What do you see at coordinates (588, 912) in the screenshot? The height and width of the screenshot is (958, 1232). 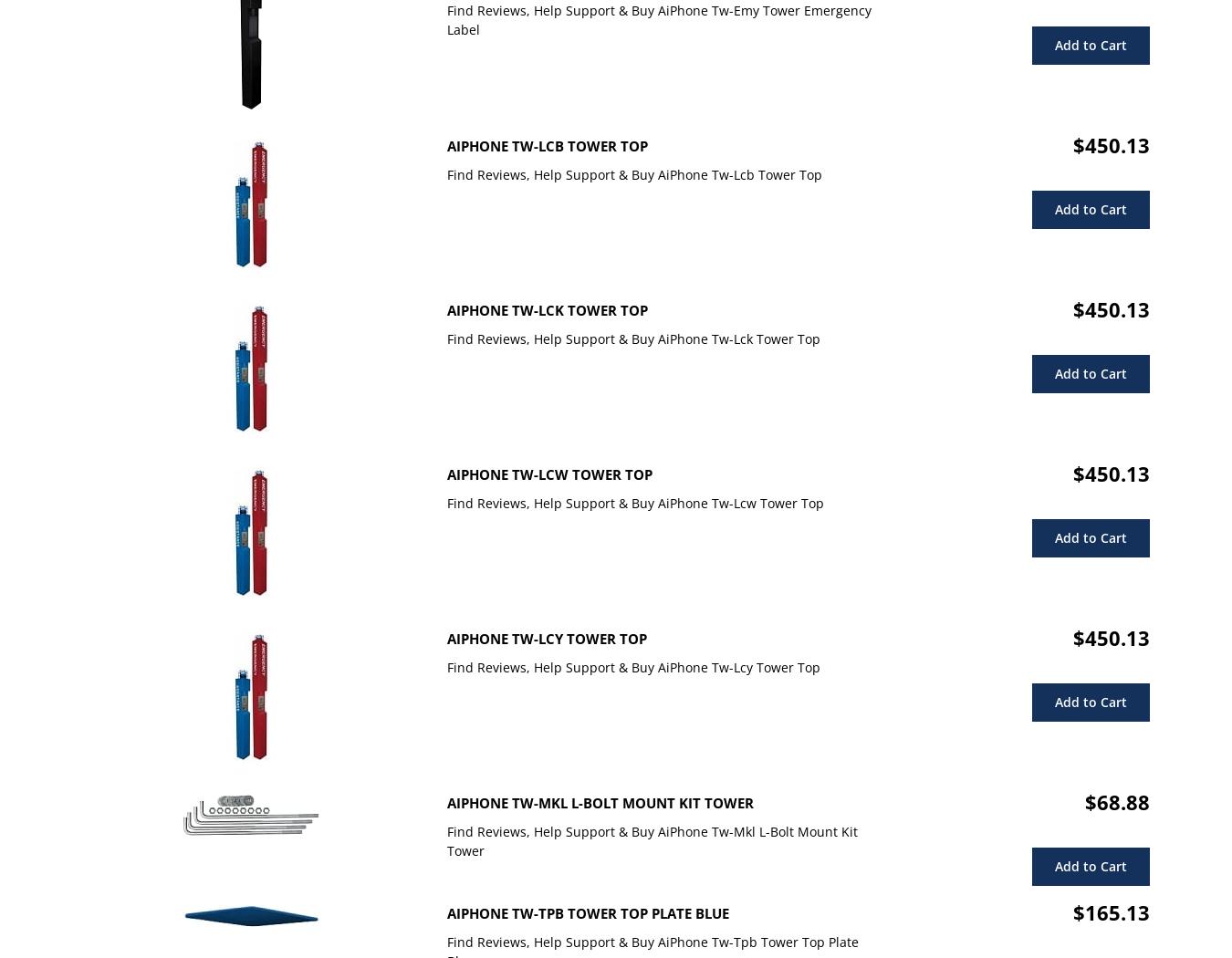 I see `'AiPhone Tw-Tpb Tower Top Plate Blue'` at bounding box center [588, 912].